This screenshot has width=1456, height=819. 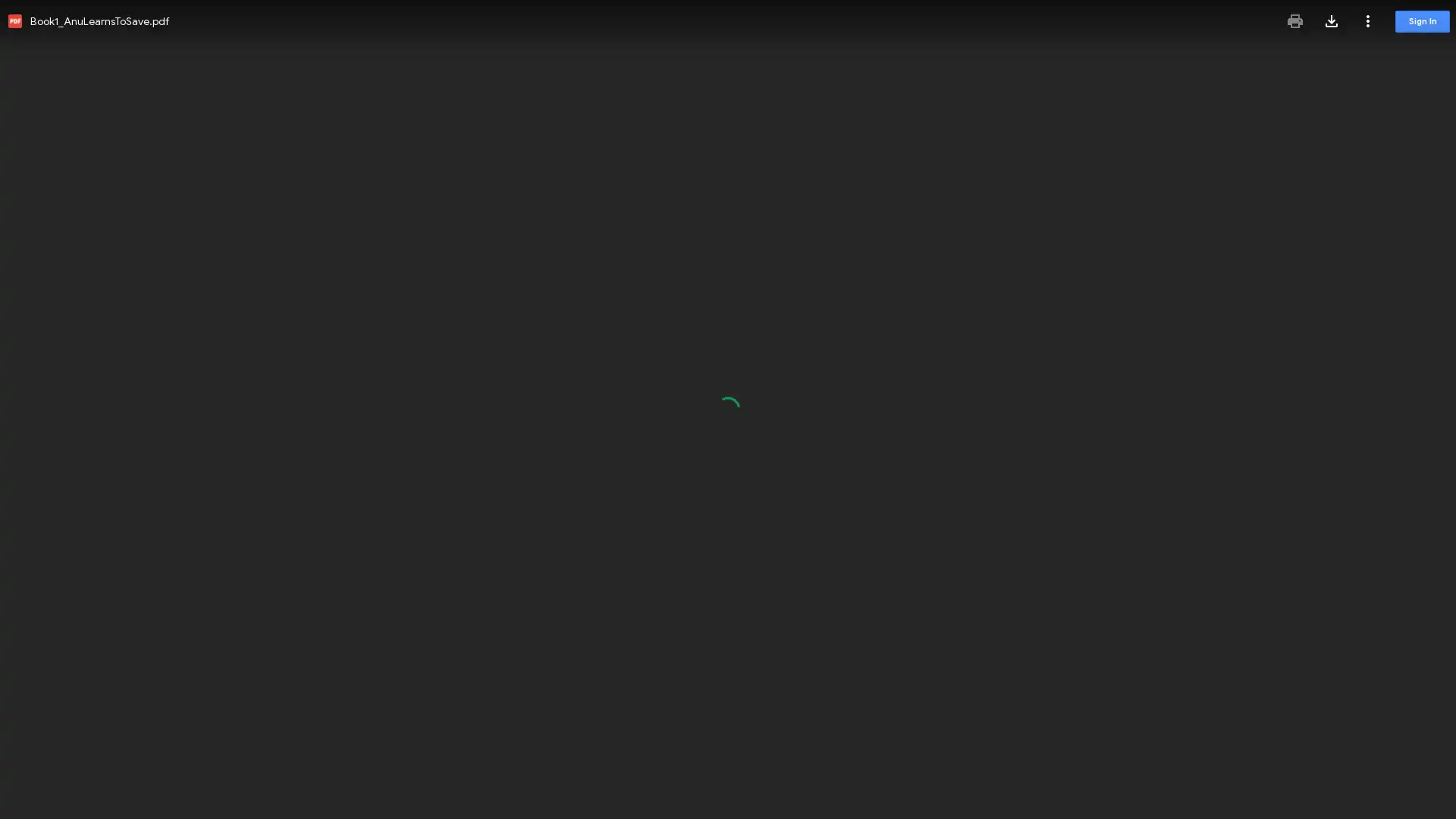 I want to click on Download, so click(x=1331, y=20).